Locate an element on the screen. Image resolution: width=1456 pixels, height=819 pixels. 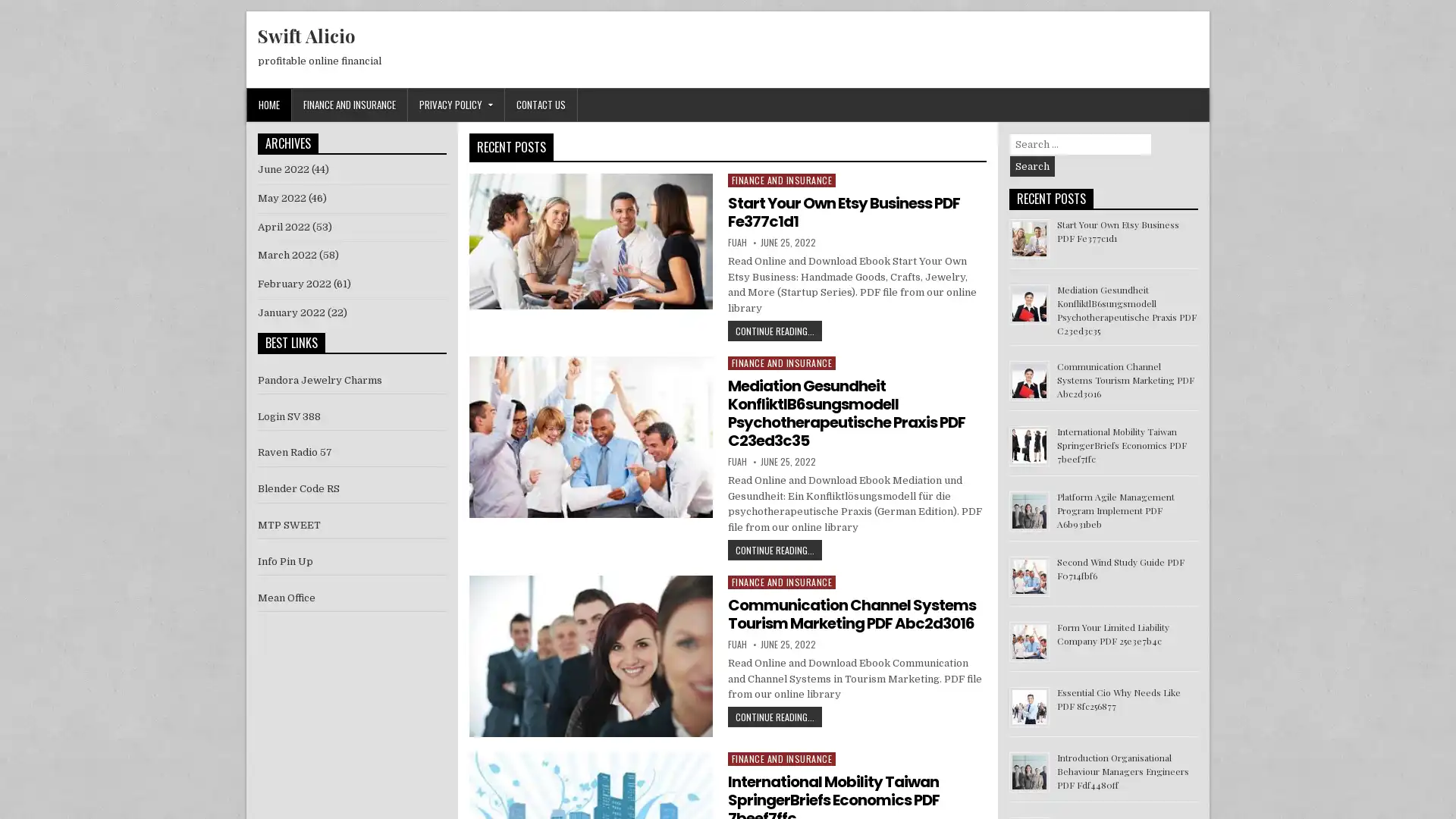
Search is located at coordinates (1031, 166).